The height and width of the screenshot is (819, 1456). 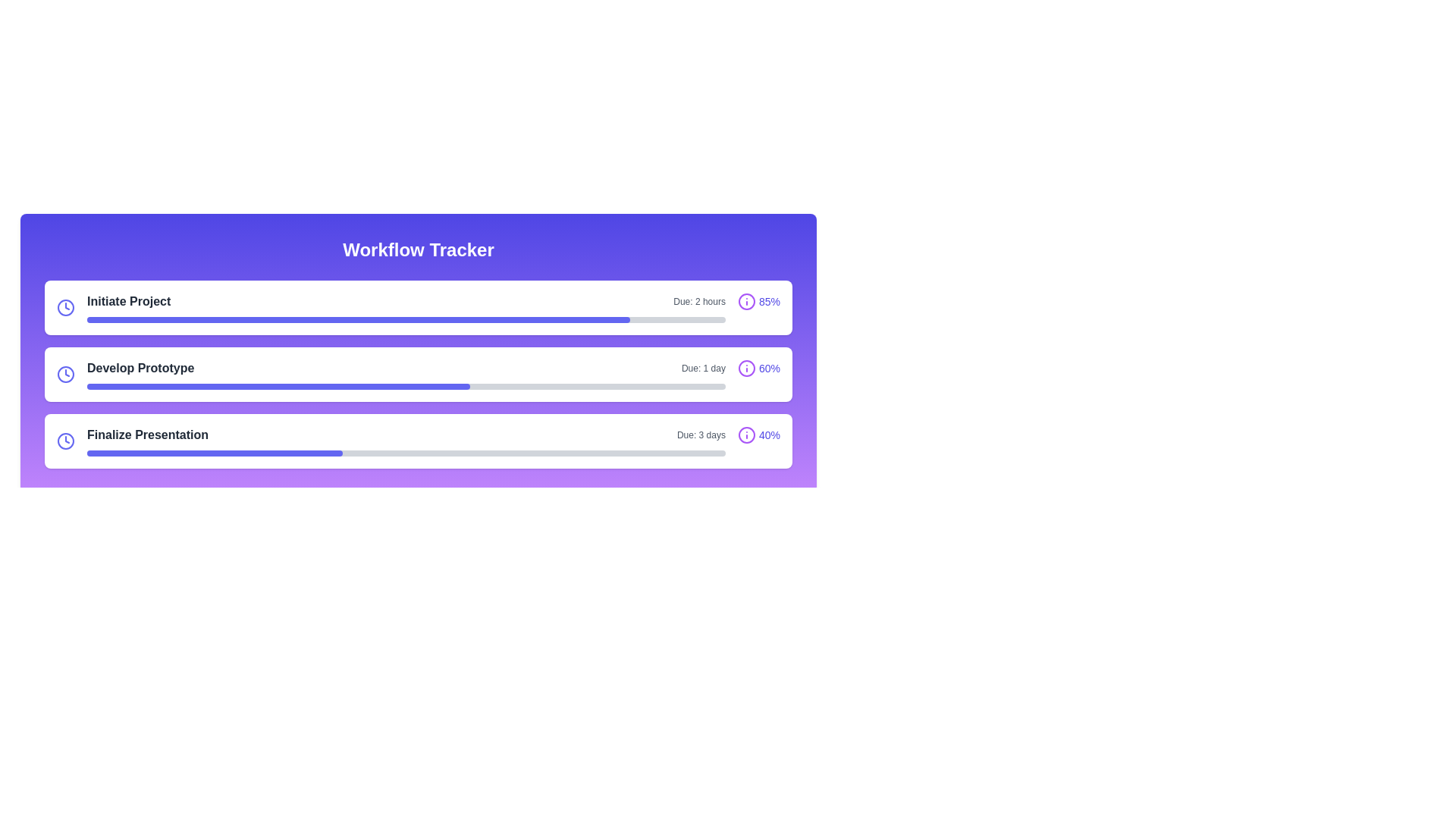 I want to click on the SVG circle component representing the clock face, which is centrally located within the clock icon adjacent to the text 'Develop Prototype' in the progress tracker interface, so click(x=64, y=374).